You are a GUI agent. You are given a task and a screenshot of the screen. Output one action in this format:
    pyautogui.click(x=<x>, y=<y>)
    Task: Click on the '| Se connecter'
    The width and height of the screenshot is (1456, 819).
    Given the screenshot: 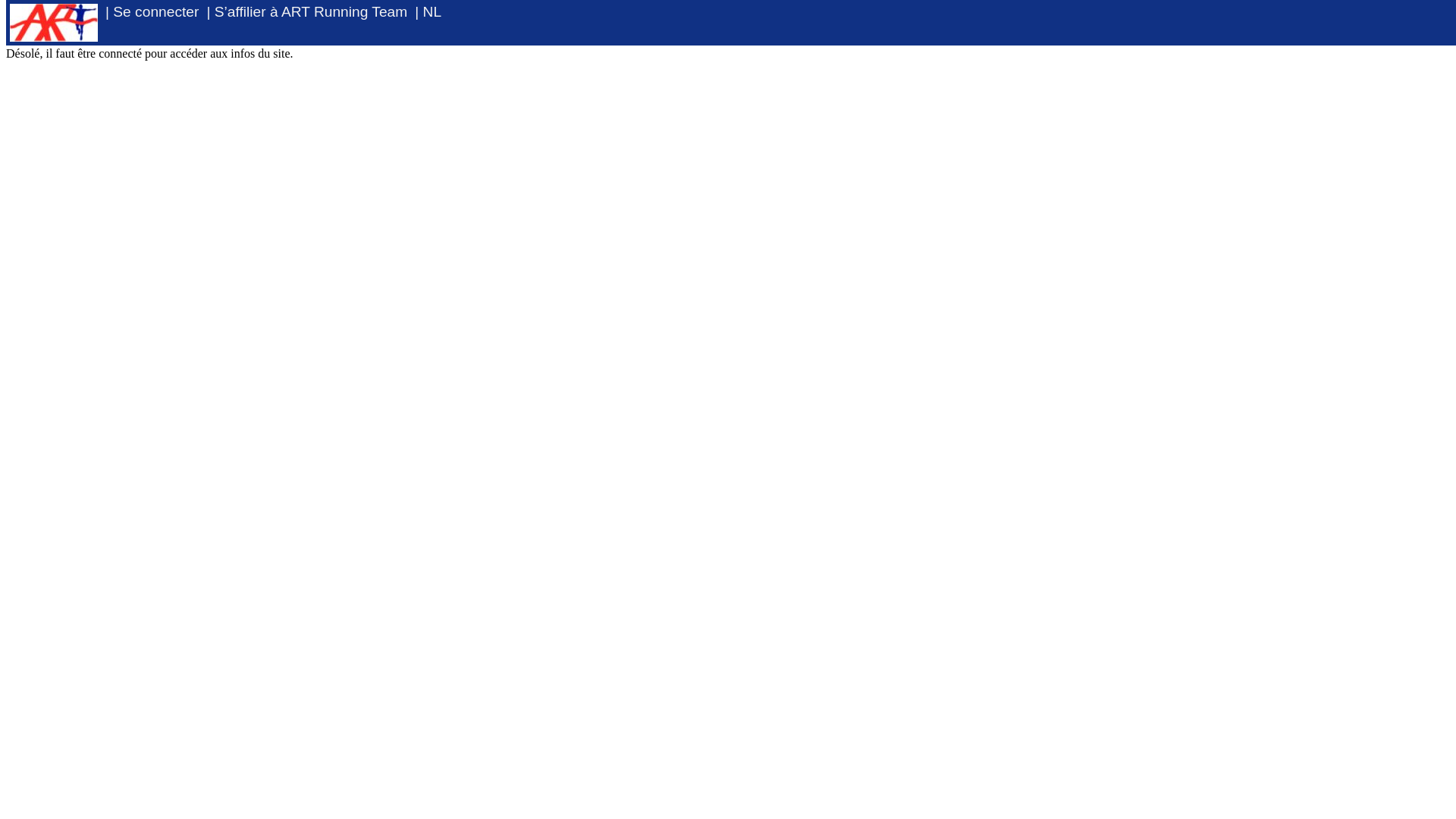 What is the action you would take?
    pyautogui.click(x=152, y=11)
    